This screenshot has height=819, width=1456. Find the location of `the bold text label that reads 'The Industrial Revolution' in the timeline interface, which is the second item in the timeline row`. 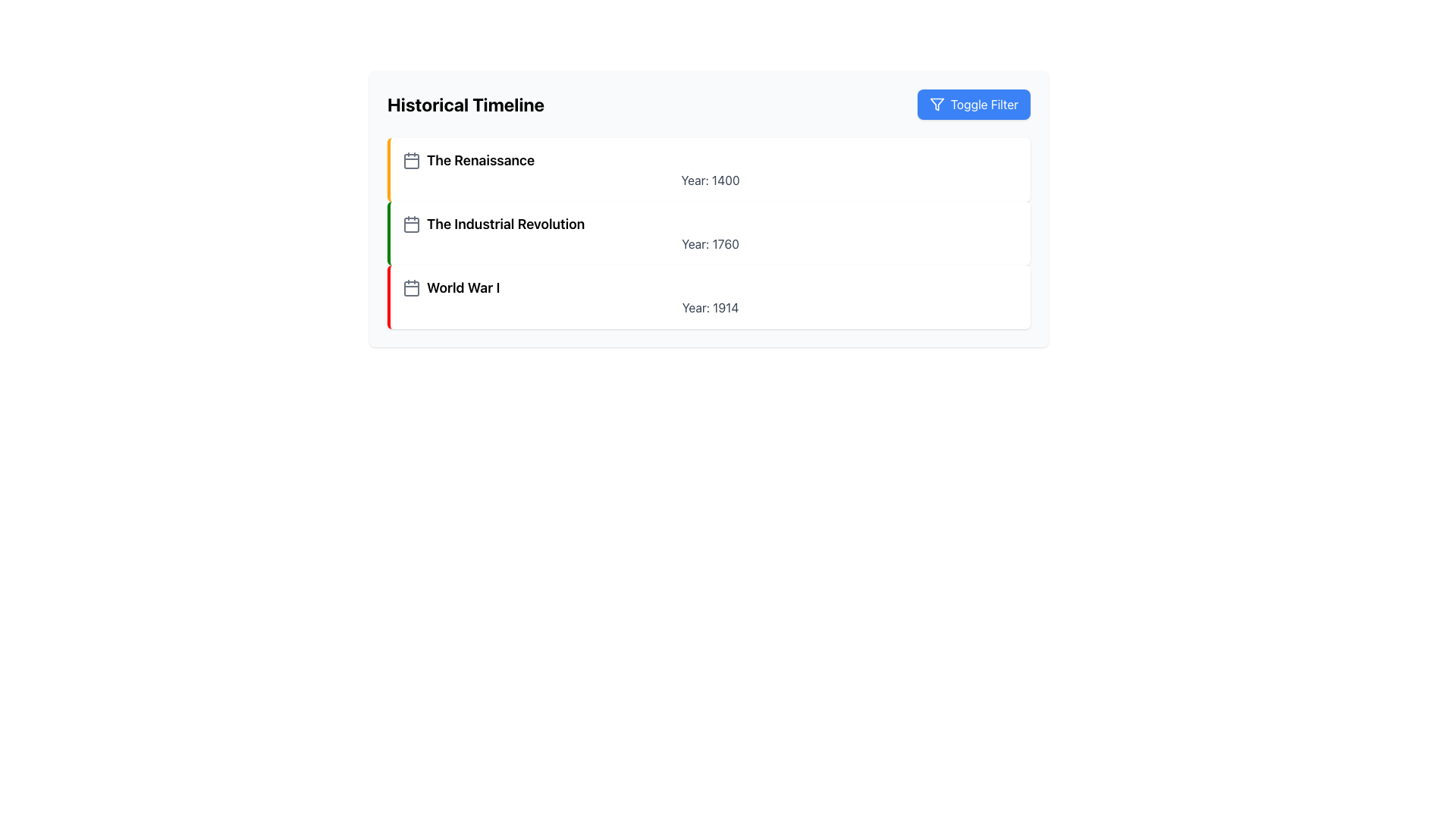

the bold text label that reads 'The Industrial Revolution' in the timeline interface, which is the second item in the timeline row is located at coordinates (506, 224).